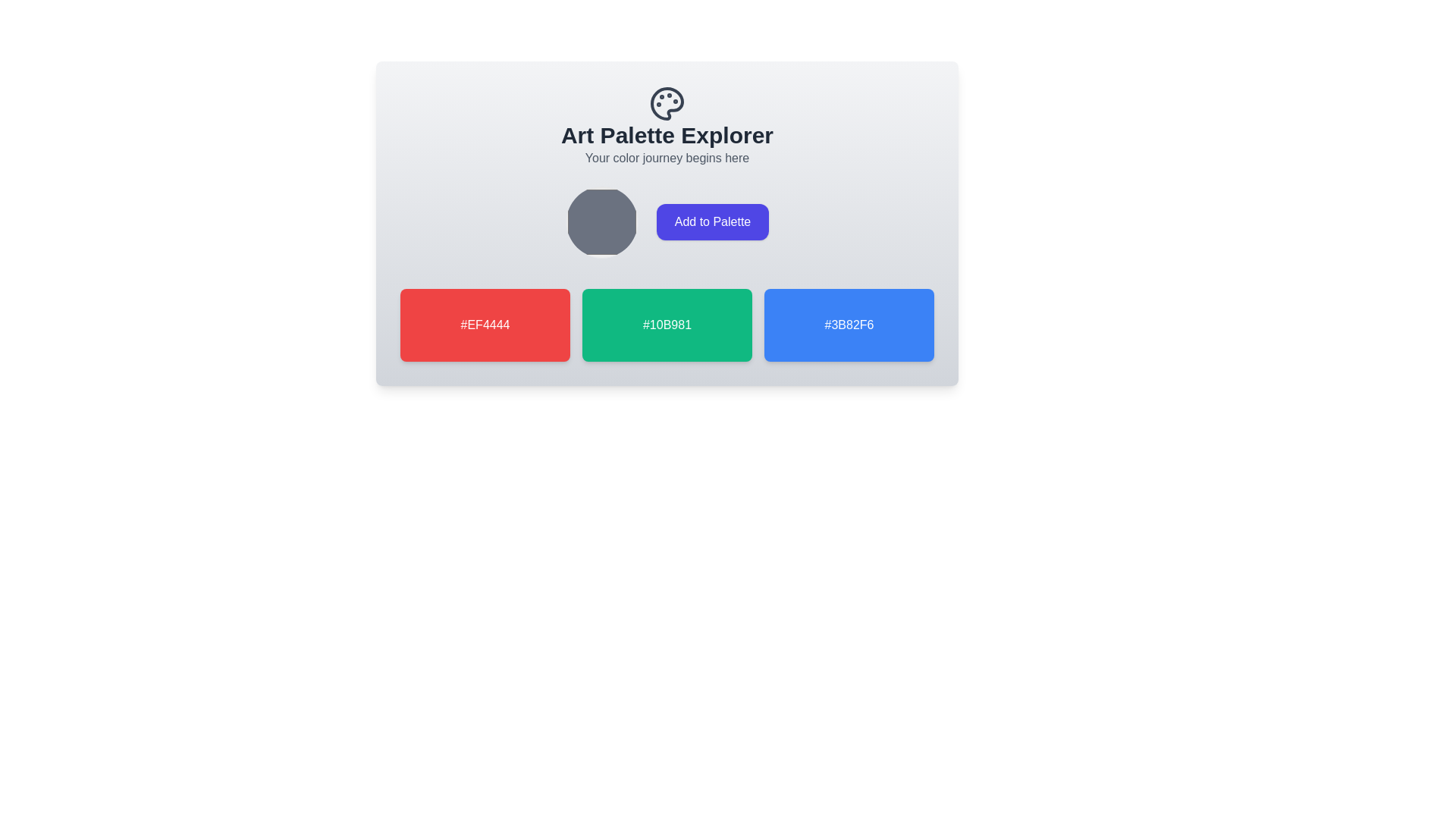 This screenshot has width=1456, height=819. What do you see at coordinates (667, 324) in the screenshot?
I see `the green button with the text '#10B981', which is positioned below the title 'Art Palette Explorer' and is centered between a red button and a blue button` at bounding box center [667, 324].